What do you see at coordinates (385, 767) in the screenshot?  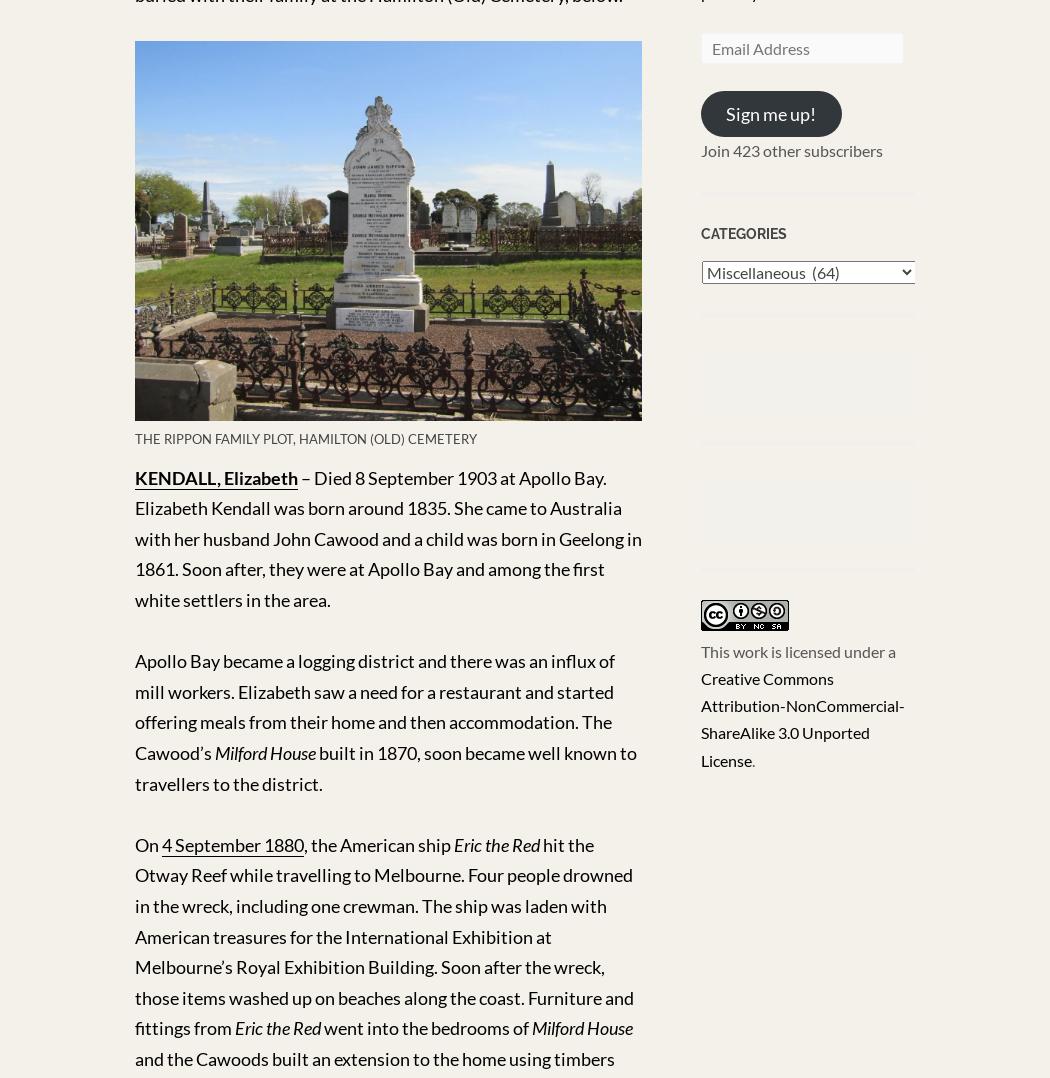 I see `'built in 1870, soon became well known to travellers to the district.'` at bounding box center [385, 767].